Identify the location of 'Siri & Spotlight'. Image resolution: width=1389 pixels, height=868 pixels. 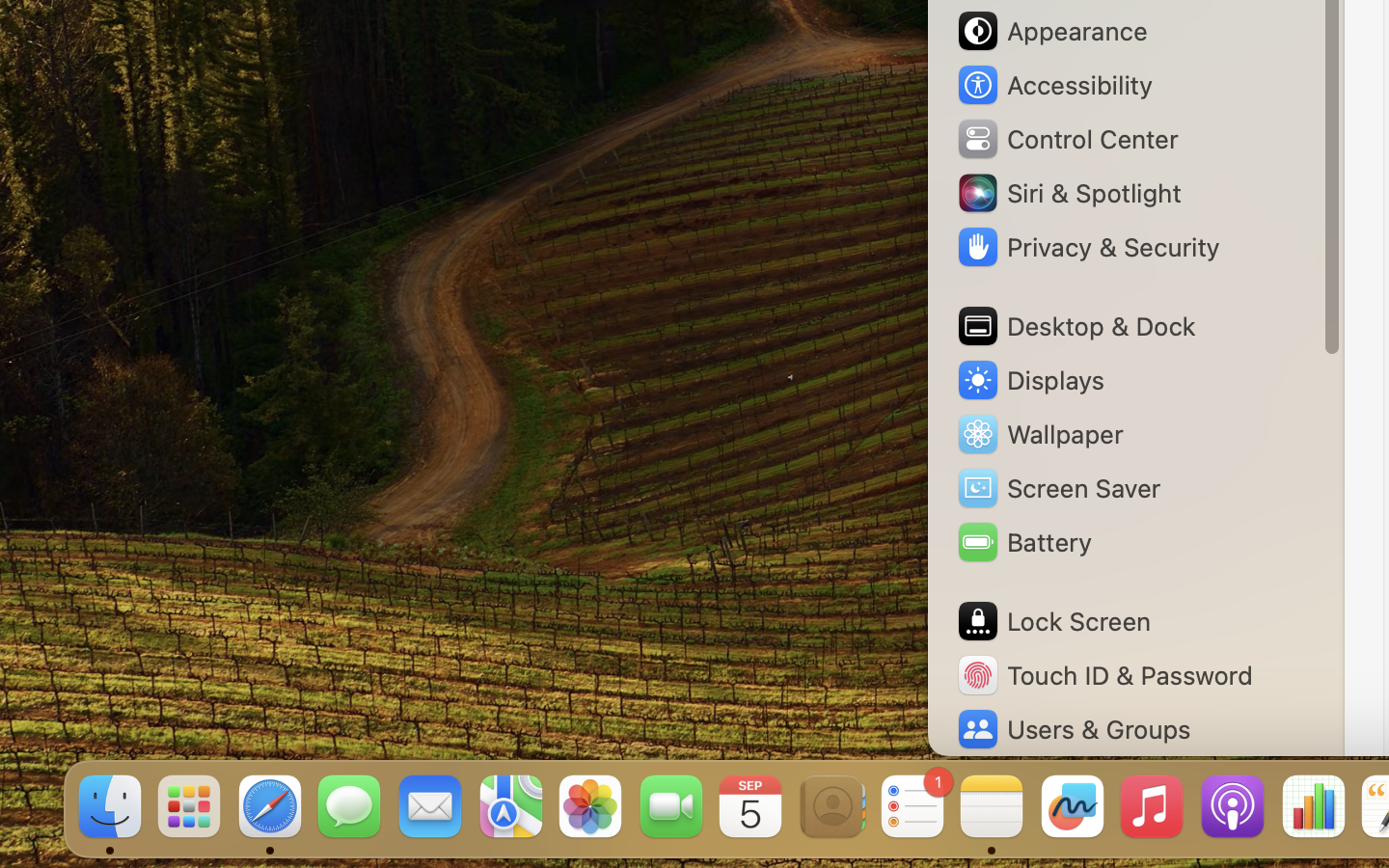
(1067, 192).